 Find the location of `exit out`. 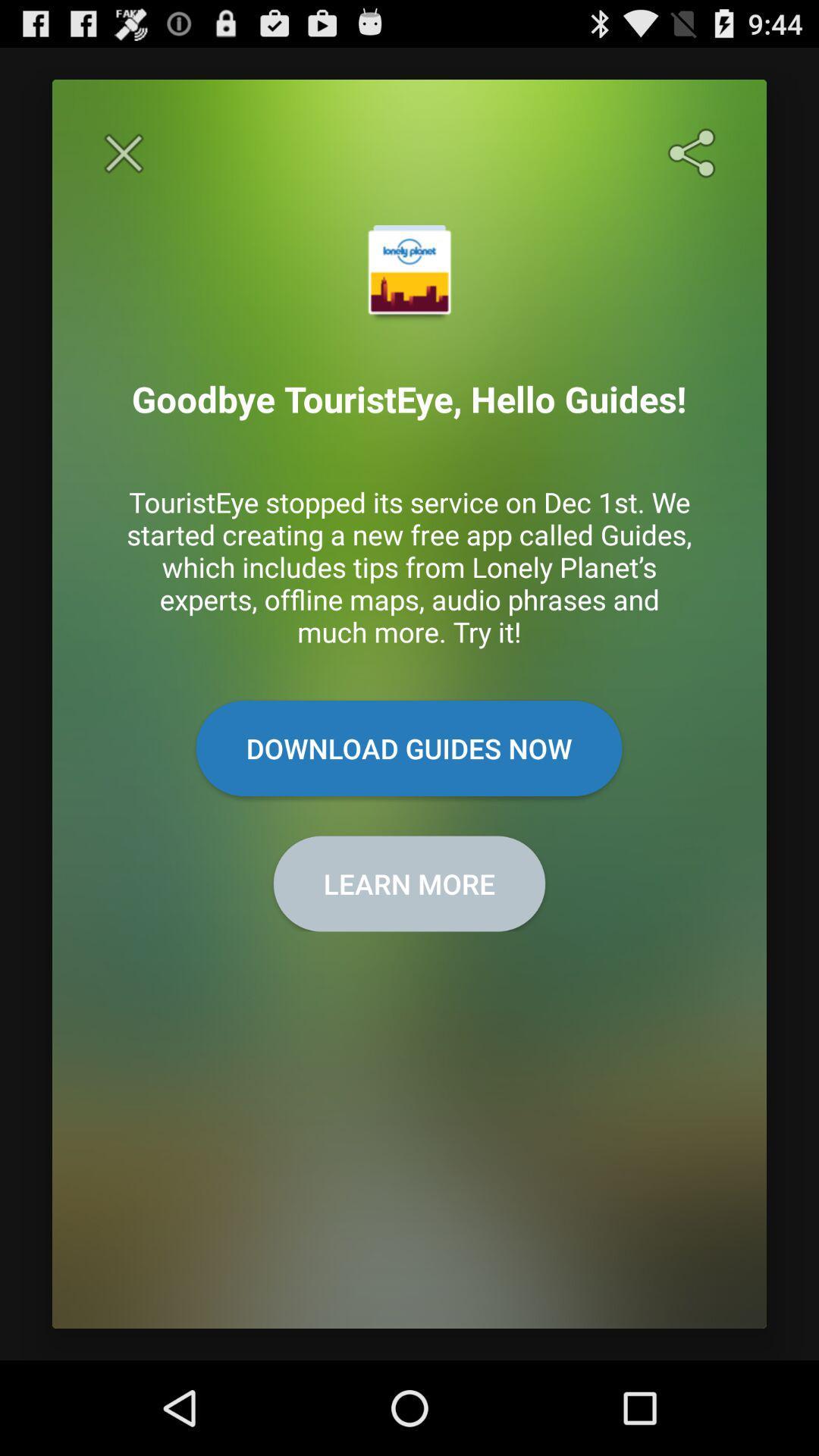

exit out is located at coordinates (123, 153).